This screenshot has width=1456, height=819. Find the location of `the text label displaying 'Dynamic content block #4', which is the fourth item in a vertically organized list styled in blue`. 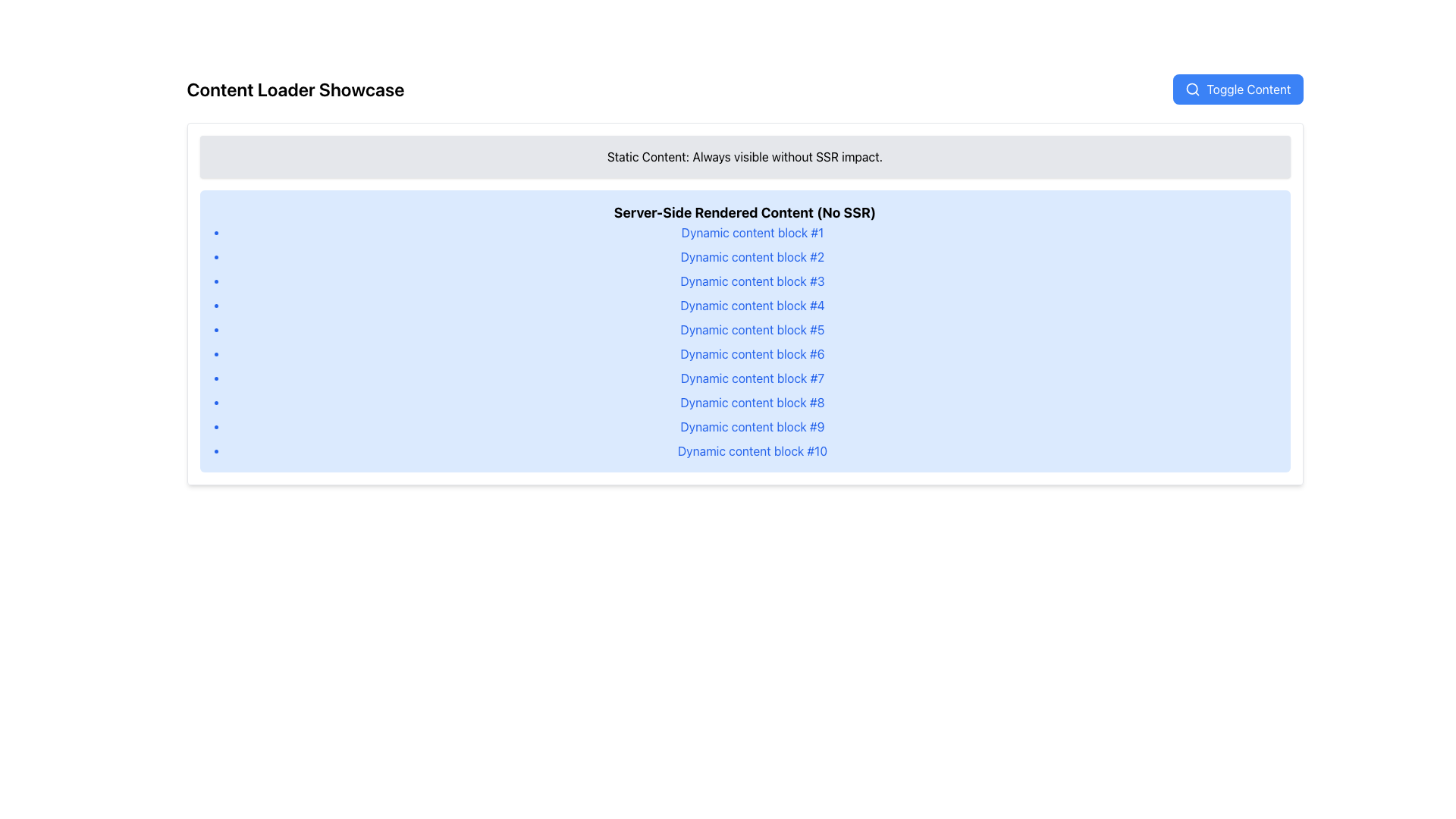

the text label displaying 'Dynamic content block #4', which is the fourth item in a vertically organized list styled in blue is located at coordinates (752, 305).